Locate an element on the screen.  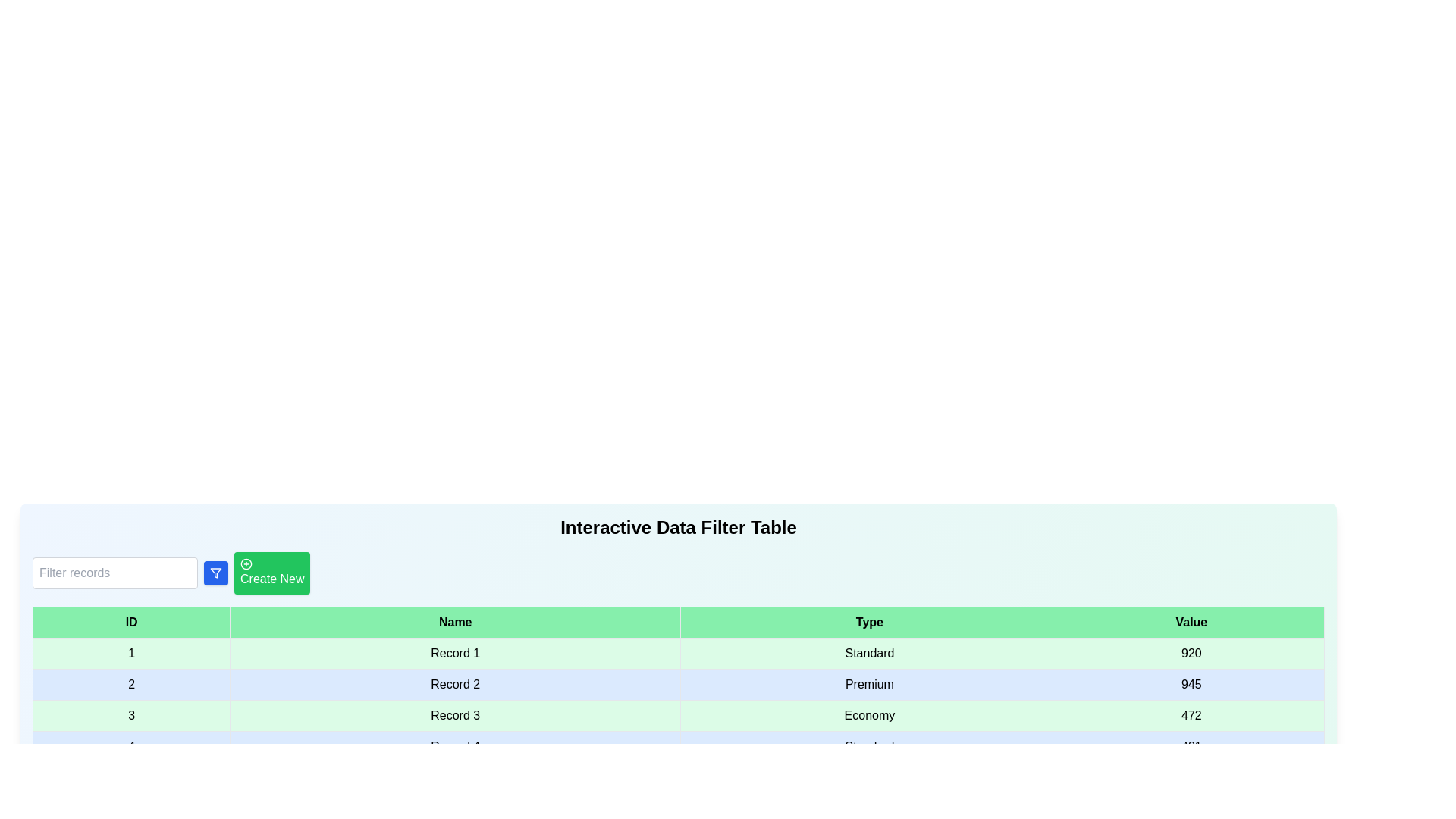
the 'Create New' button to add a new record is located at coordinates (272, 573).